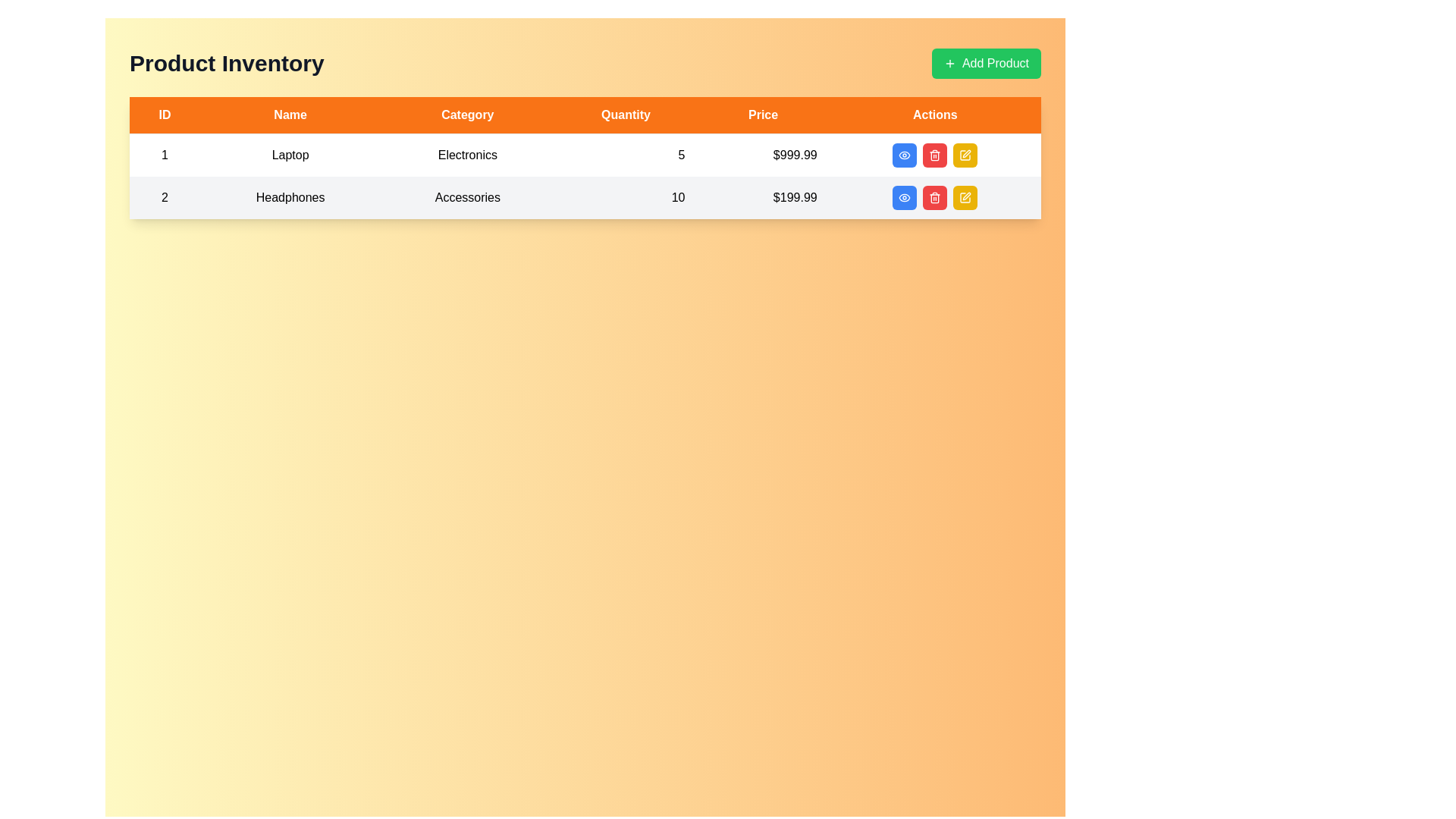 Image resolution: width=1456 pixels, height=819 pixels. Describe the element at coordinates (949, 63) in the screenshot. I see `the green plus icon within the 'Add Product' button located in the top-right corner of the interface` at that location.